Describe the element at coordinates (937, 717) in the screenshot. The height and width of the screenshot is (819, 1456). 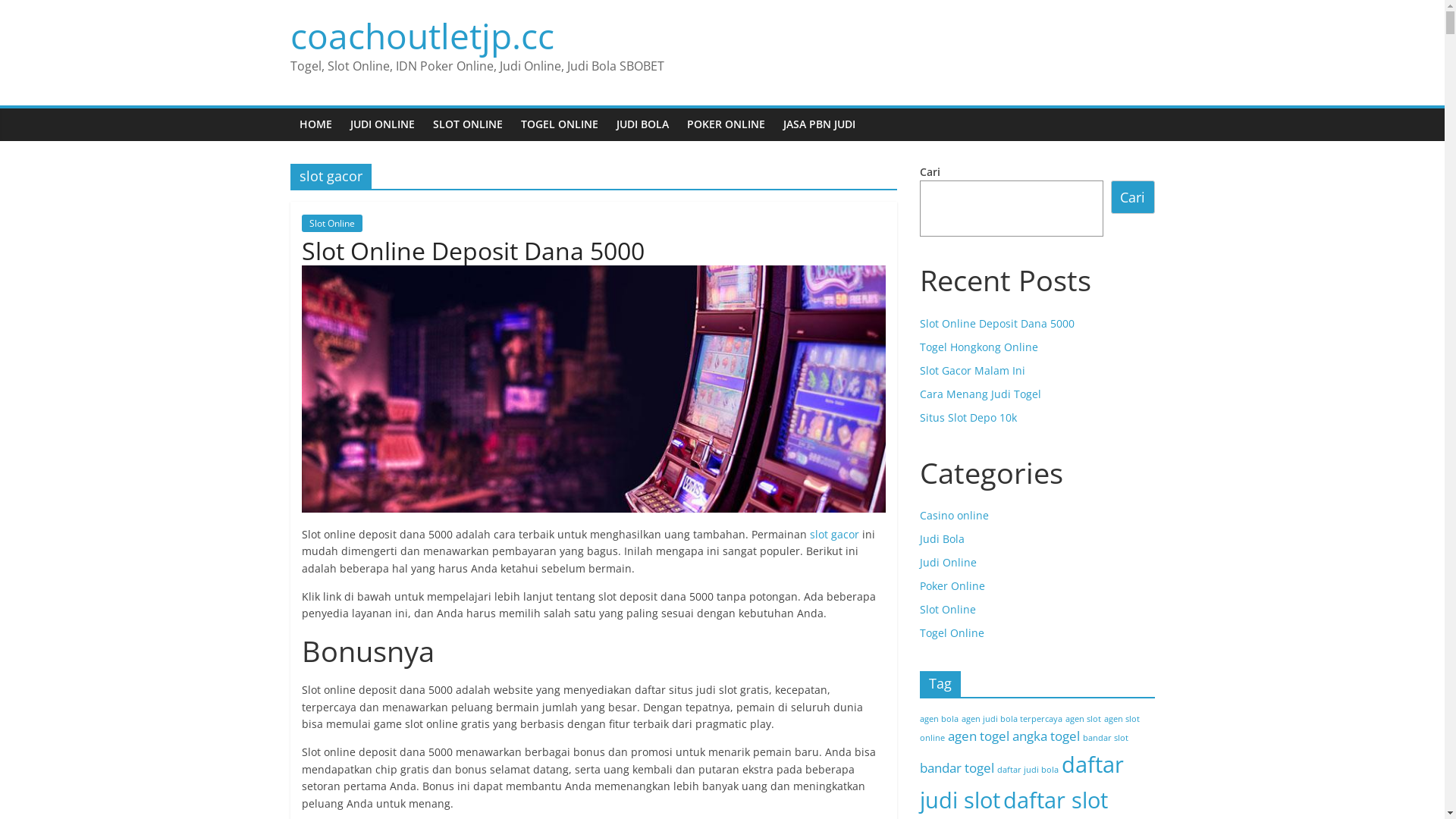
I see `'agen bola'` at that location.